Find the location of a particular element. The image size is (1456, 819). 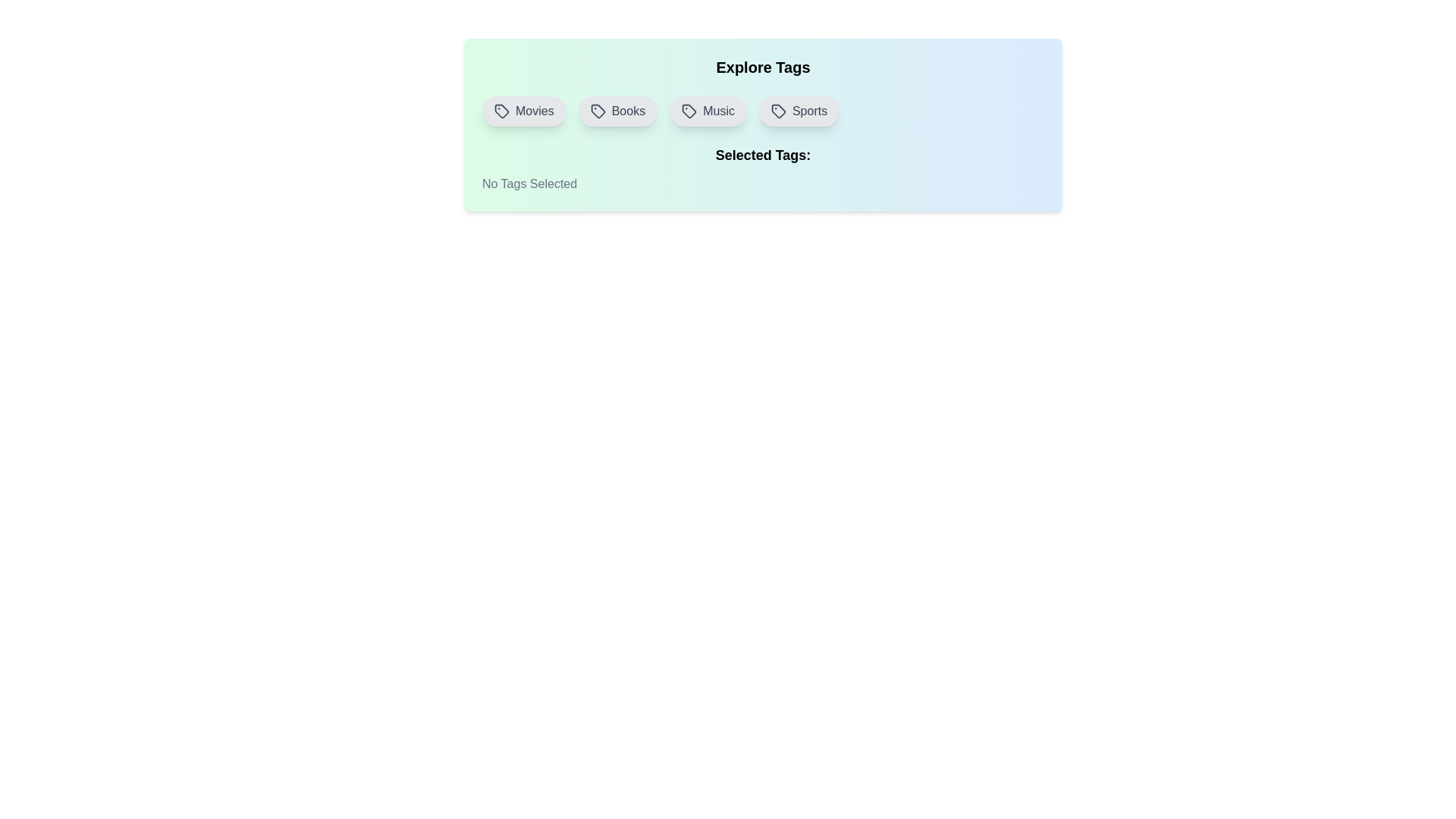

the 'Music' category filter button is located at coordinates (708, 110).